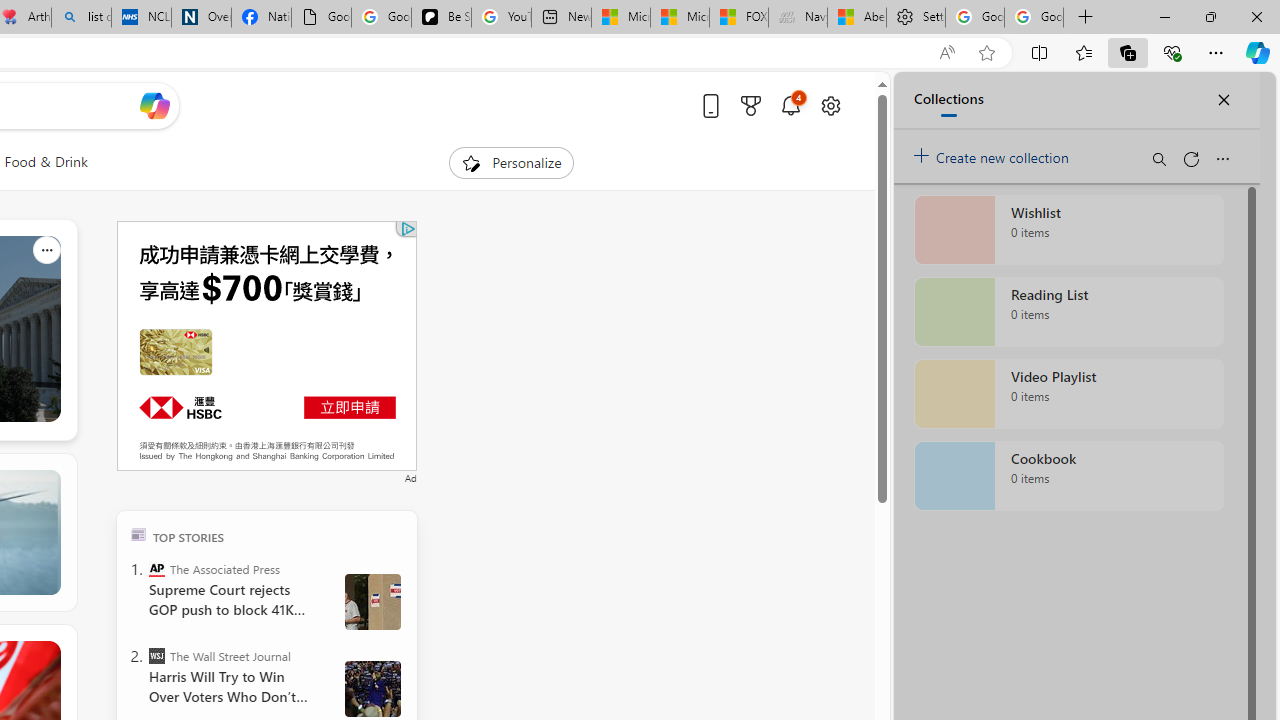 The image size is (1280, 720). I want to click on 'Google Analytics Opt-out Browser Add-on Download Page', so click(321, 17).